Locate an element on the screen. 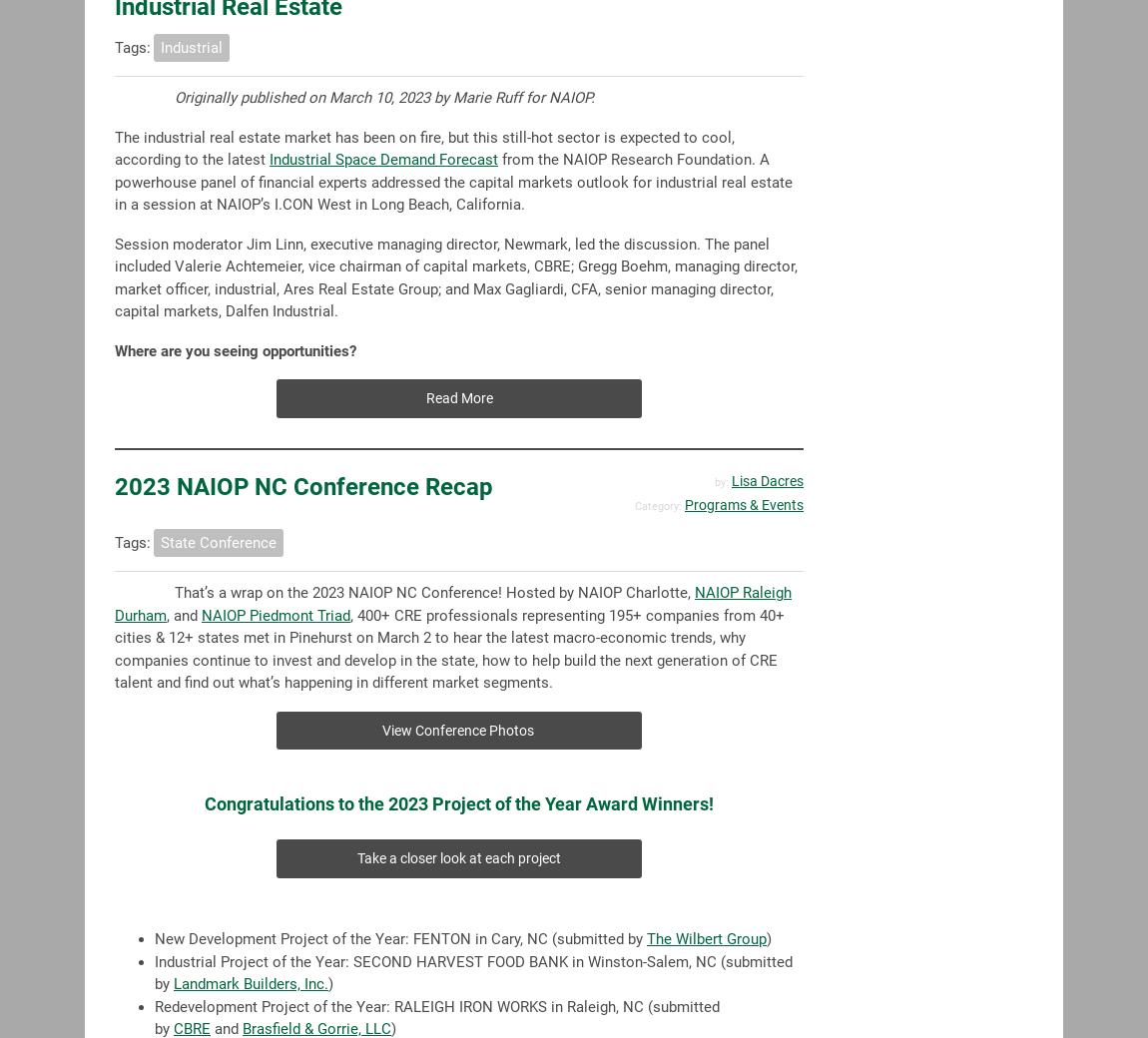  ', 400+ CRE professionals representing 195+ companies from 40+ cities & 12+ states met in Pinehurst on March 2 to hear the latest macro-economic trends, why companies continue to invest and develop in the state, how to help build the next generation of CRE talent and find out what’s happening in different market segments.' is located at coordinates (449, 648).